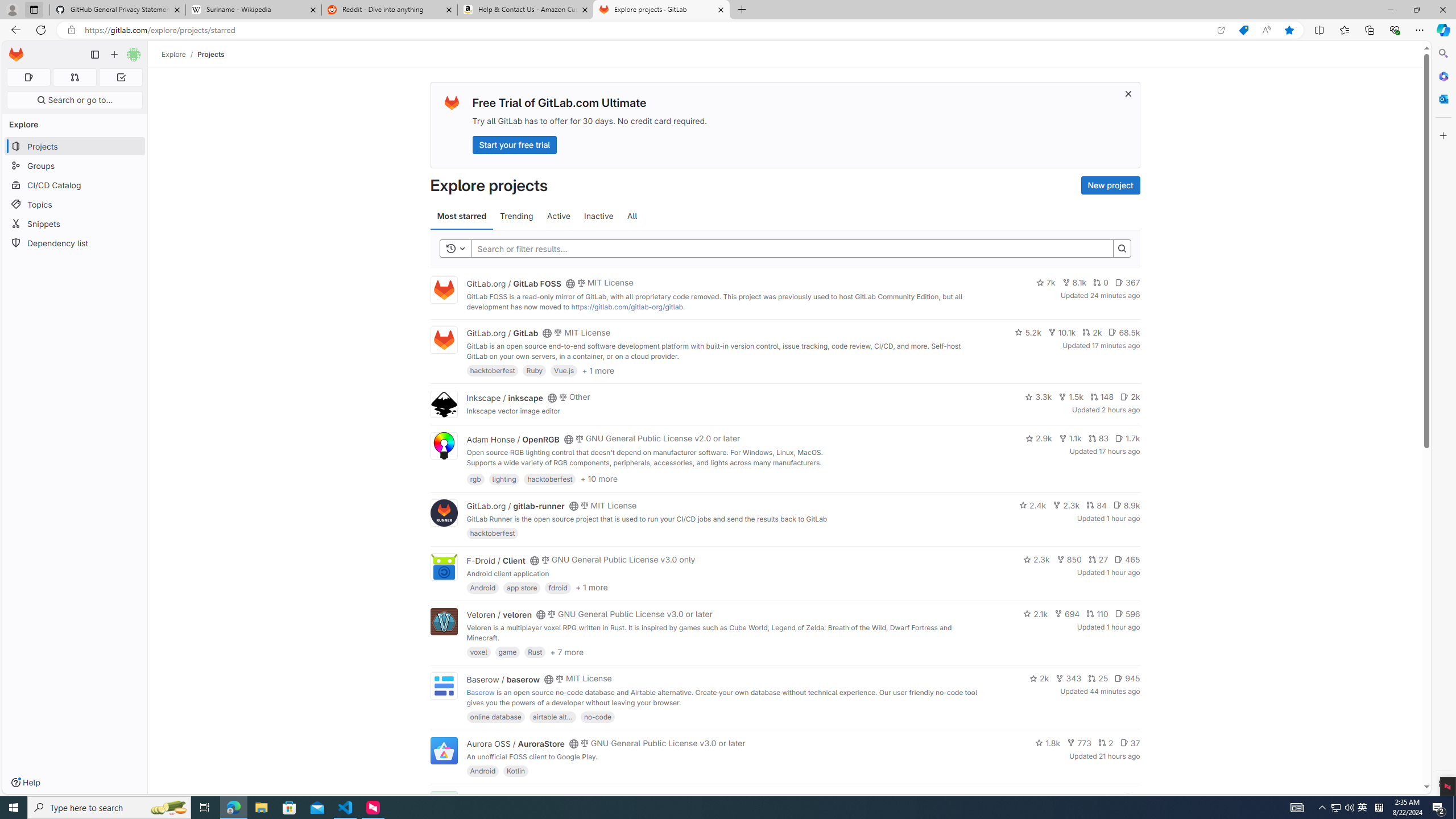 The height and width of the screenshot is (819, 1456). Describe the element at coordinates (526, 9) in the screenshot. I see `'Help & Contact Us - Amazon Customer Service'` at that location.